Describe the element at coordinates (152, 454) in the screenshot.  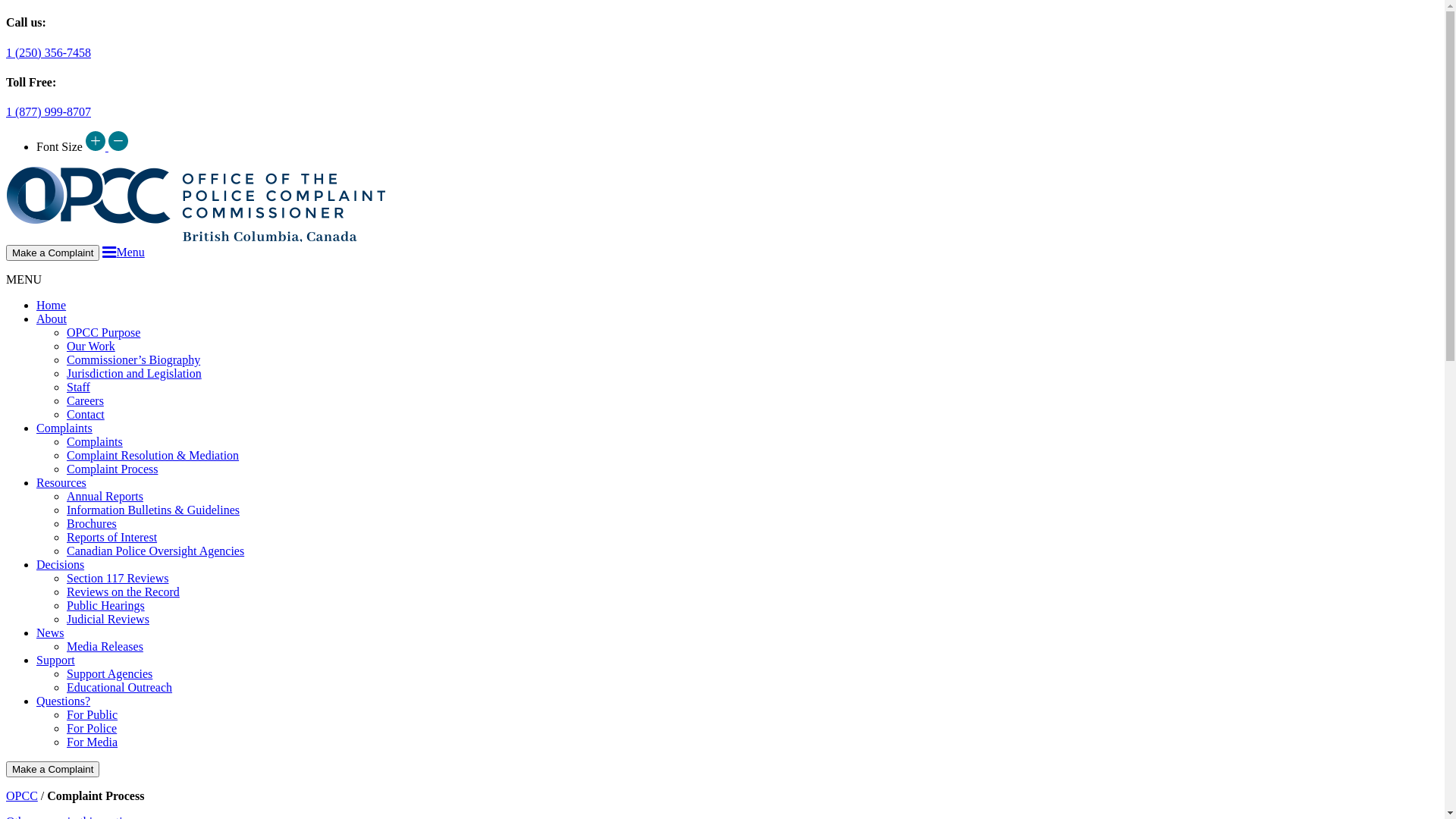
I see `'Complaint Resolution & Mediation'` at that location.